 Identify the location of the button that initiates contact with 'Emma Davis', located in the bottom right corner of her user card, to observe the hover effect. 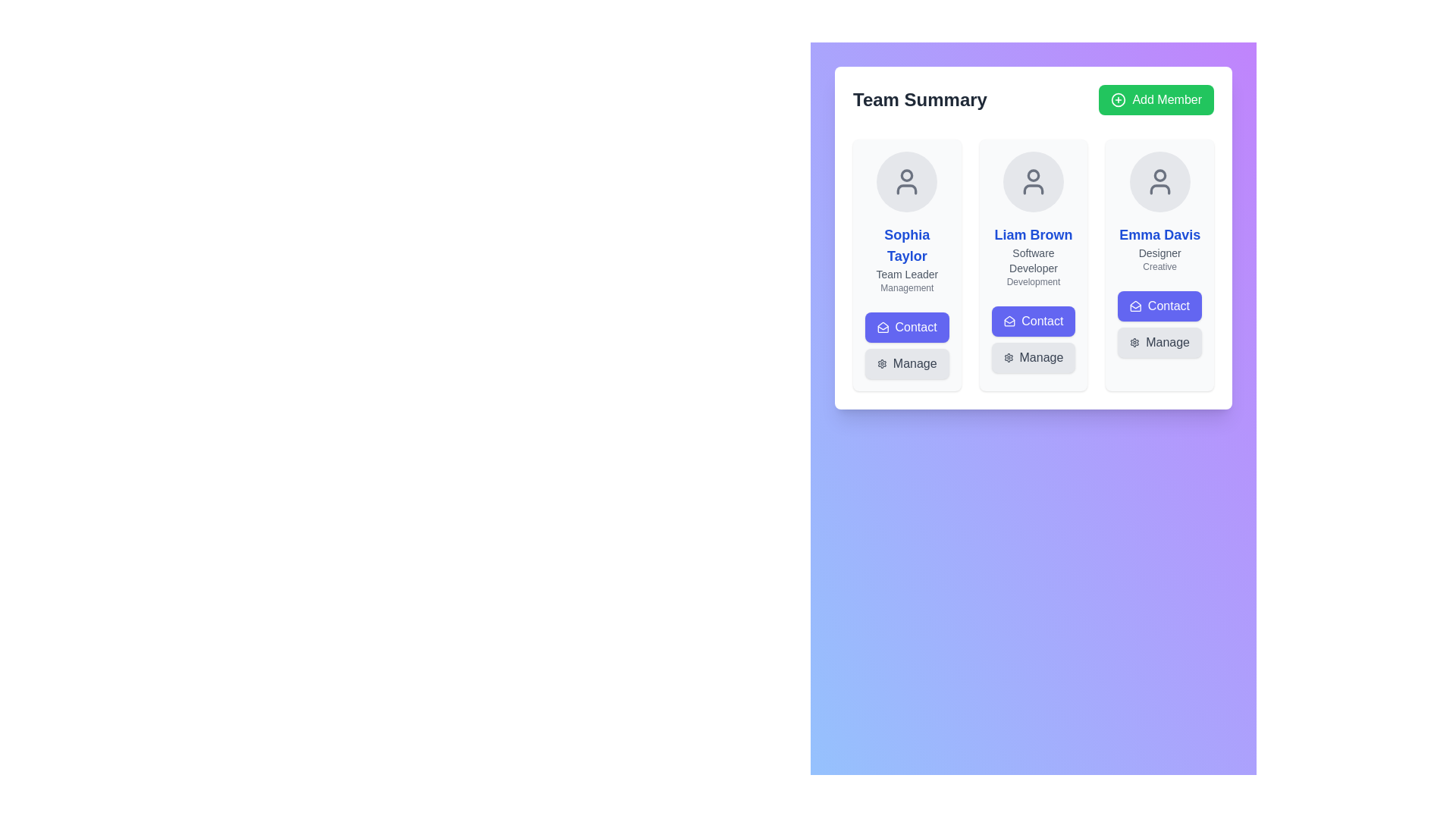
(1159, 306).